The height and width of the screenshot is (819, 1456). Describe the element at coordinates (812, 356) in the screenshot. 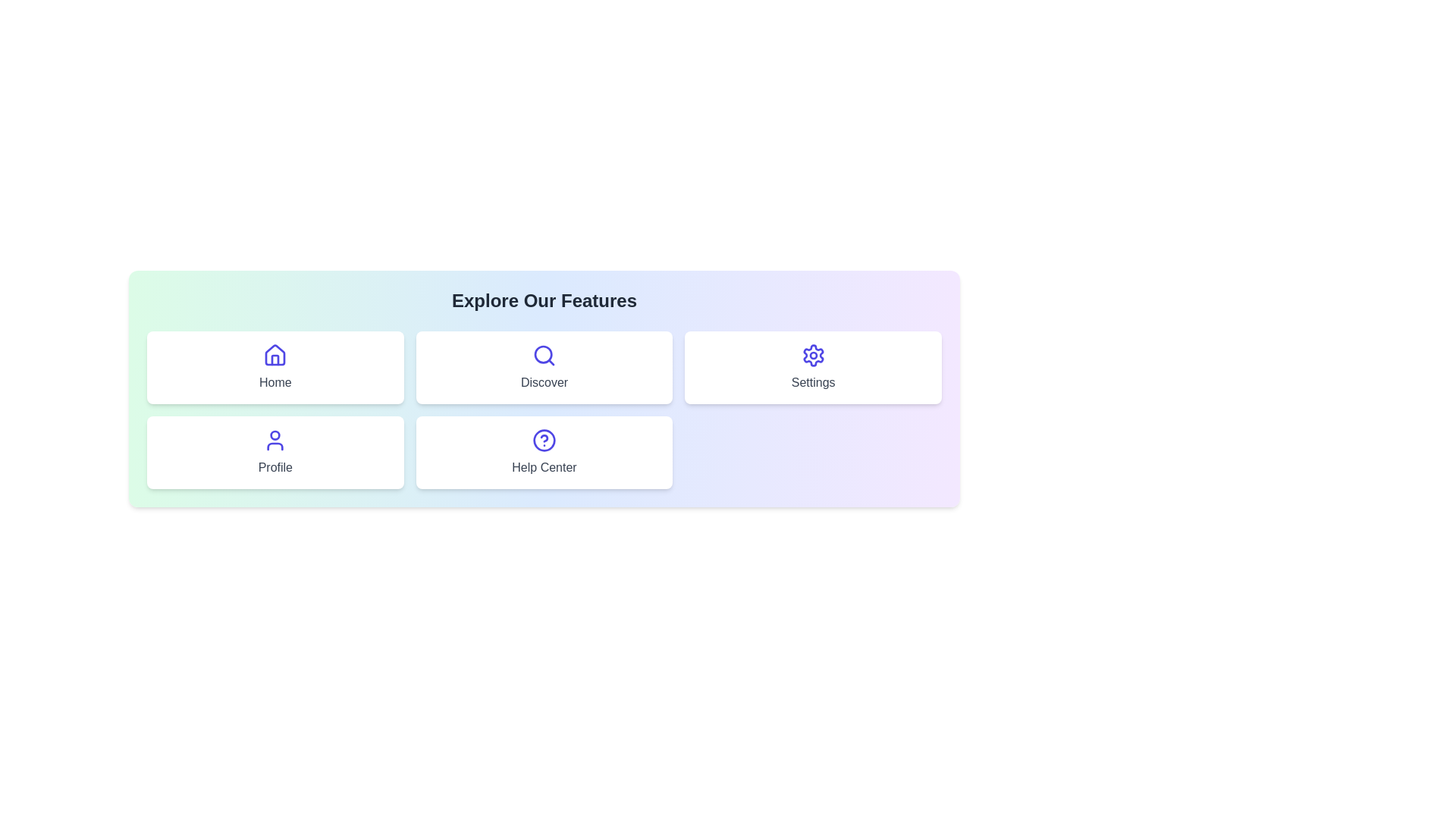

I see `the 'Settings' icon located in the top-right corner of the interface's main section, within the 'Explore Our Features' grid layout` at that location.